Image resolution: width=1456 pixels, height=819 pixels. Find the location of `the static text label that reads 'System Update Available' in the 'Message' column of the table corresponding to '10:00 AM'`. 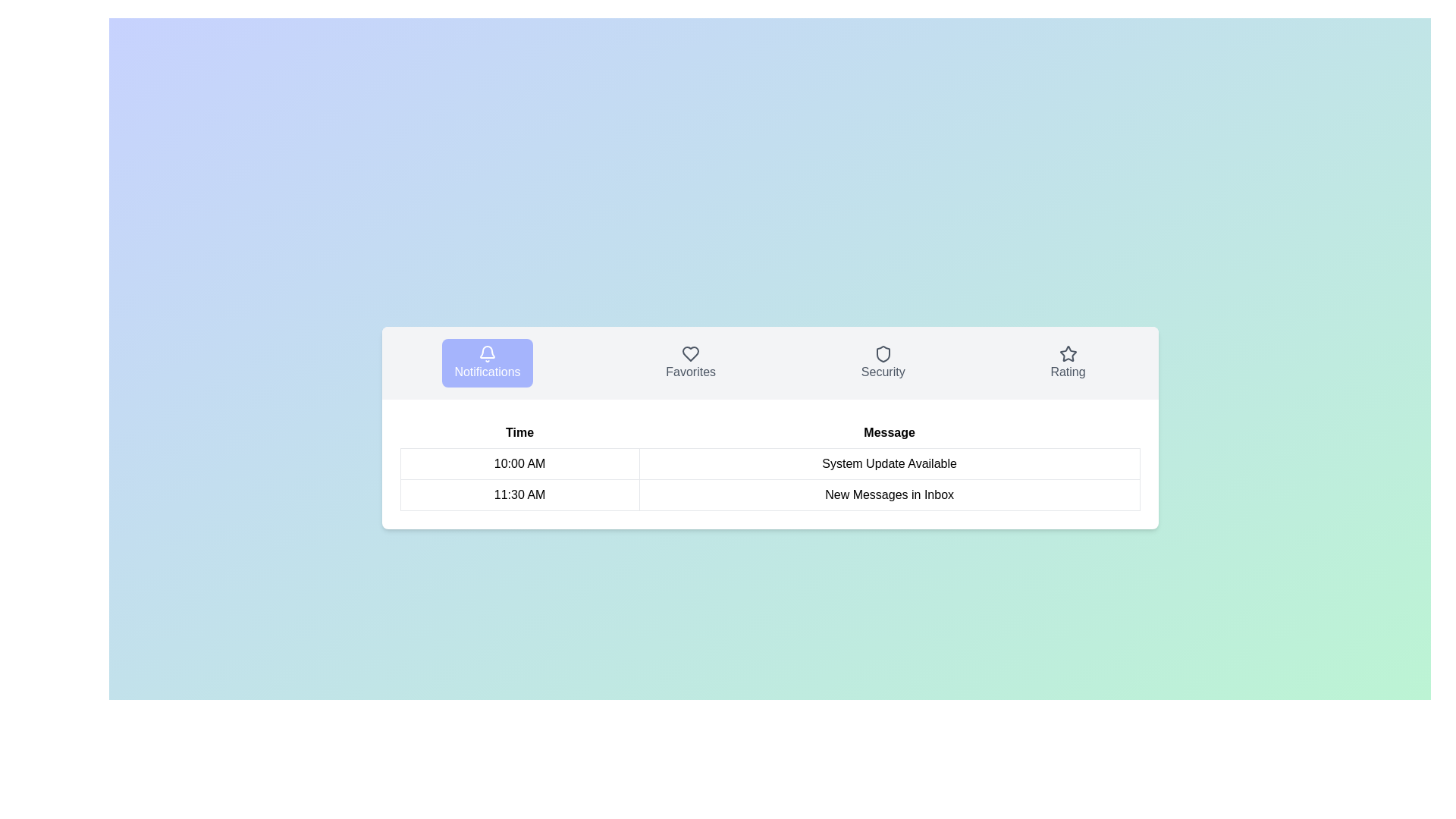

the static text label that reads 'System Update Available' in the 'Message' column of the table corresponding to '10:00 AM' is located at coordinates (890, 463).